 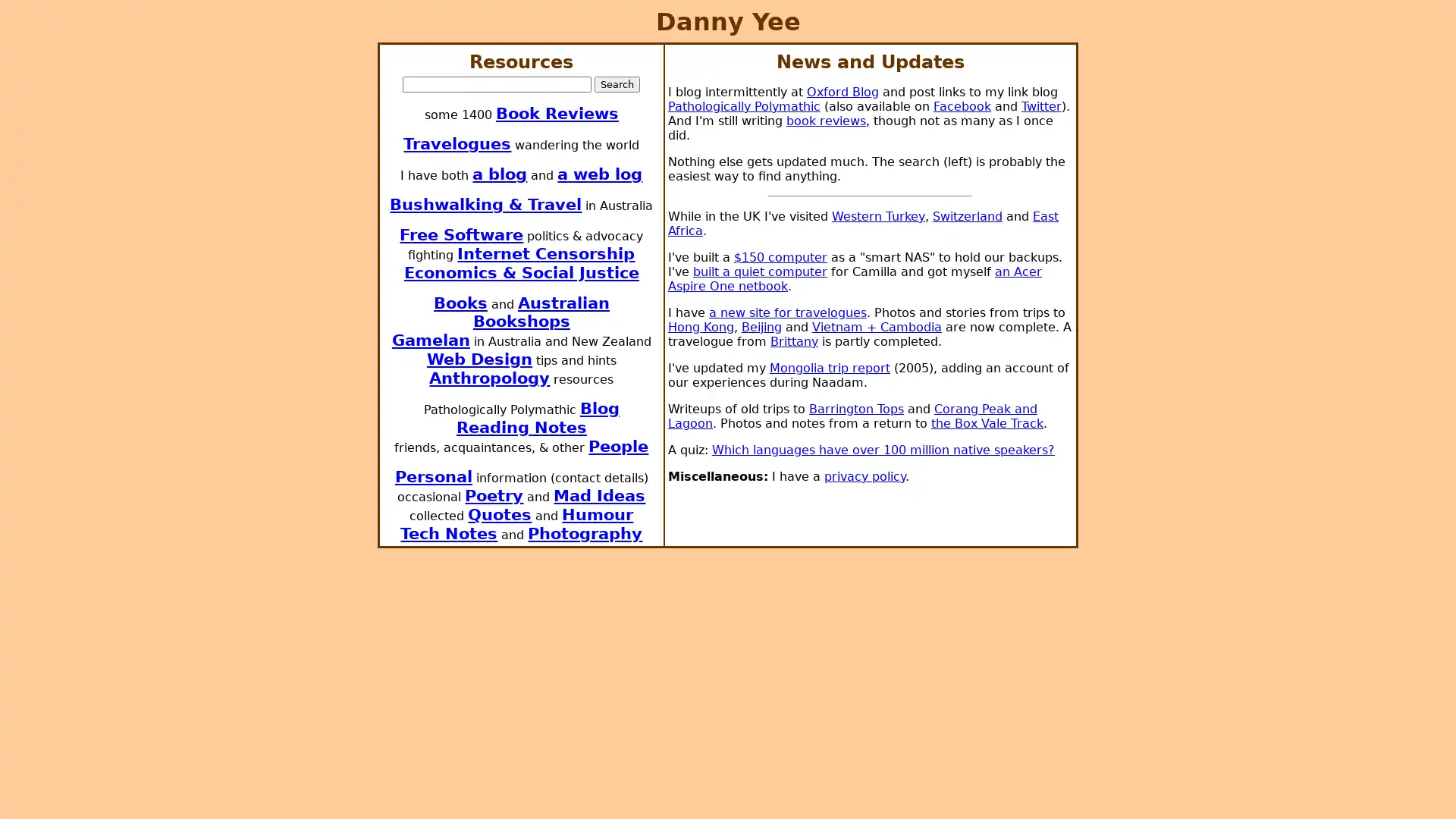 What do you see at coordinates (617, 83) in the screenshot?
I see `Search` at bounding box center [617, 83].